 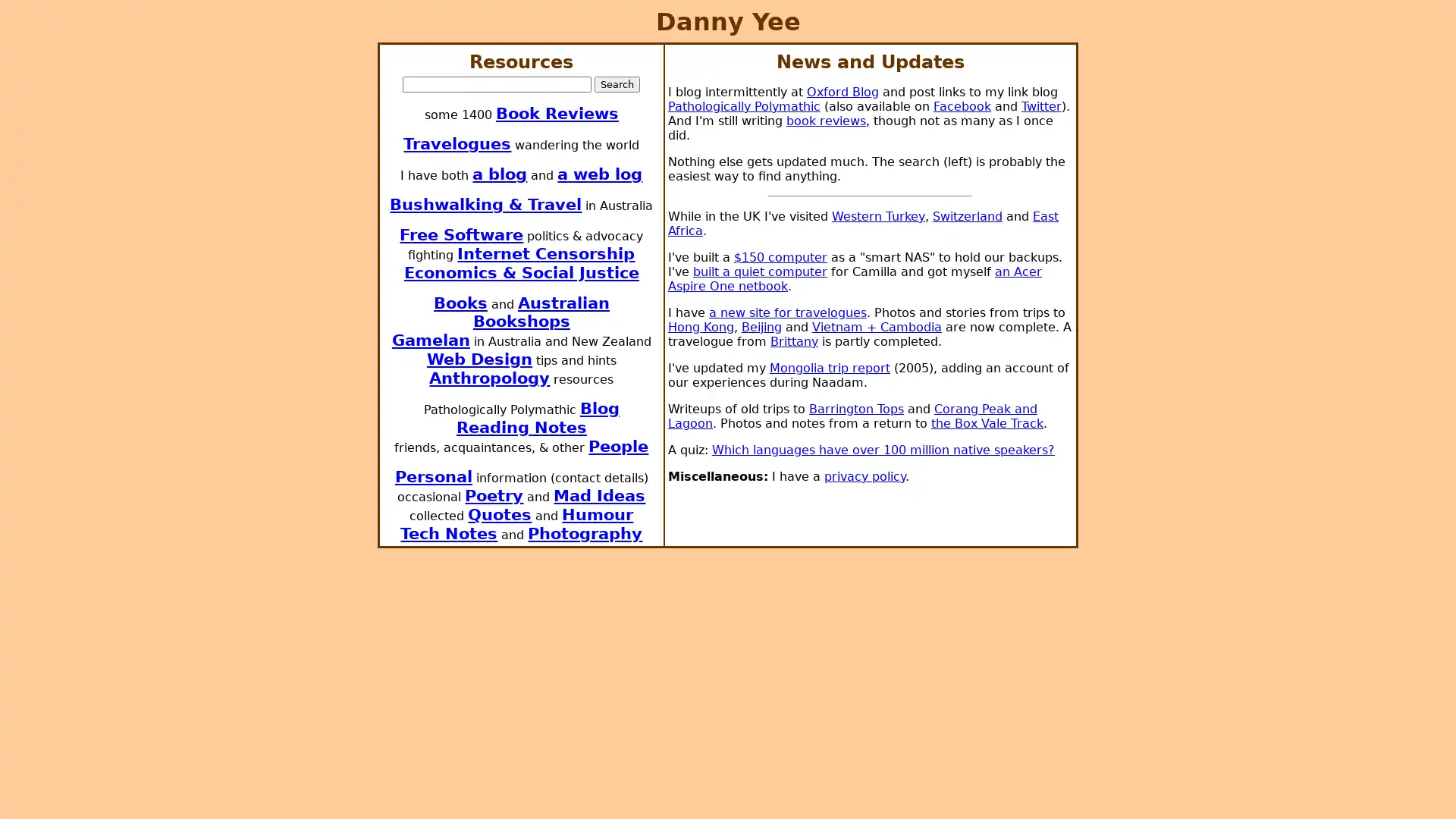 What do you see at coordinates (617, 83) in the screenshot?
I see `Search` at bounding box center [617, 83].